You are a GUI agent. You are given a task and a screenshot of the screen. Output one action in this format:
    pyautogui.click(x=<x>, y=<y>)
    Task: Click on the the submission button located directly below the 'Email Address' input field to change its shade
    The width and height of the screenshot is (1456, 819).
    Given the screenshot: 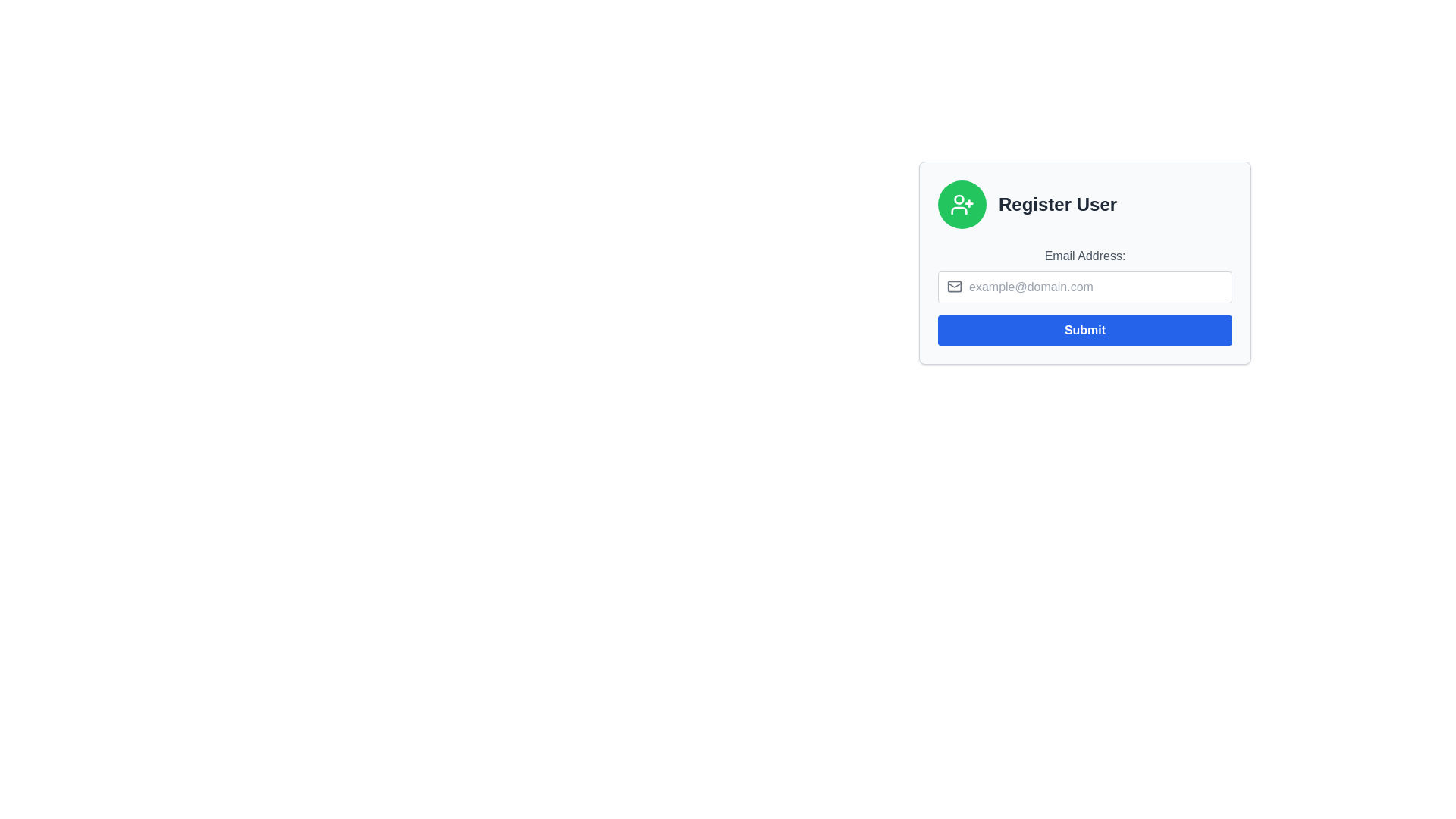 What is the action you would take?
    pyautogui.click(x=1084, y=329)
    